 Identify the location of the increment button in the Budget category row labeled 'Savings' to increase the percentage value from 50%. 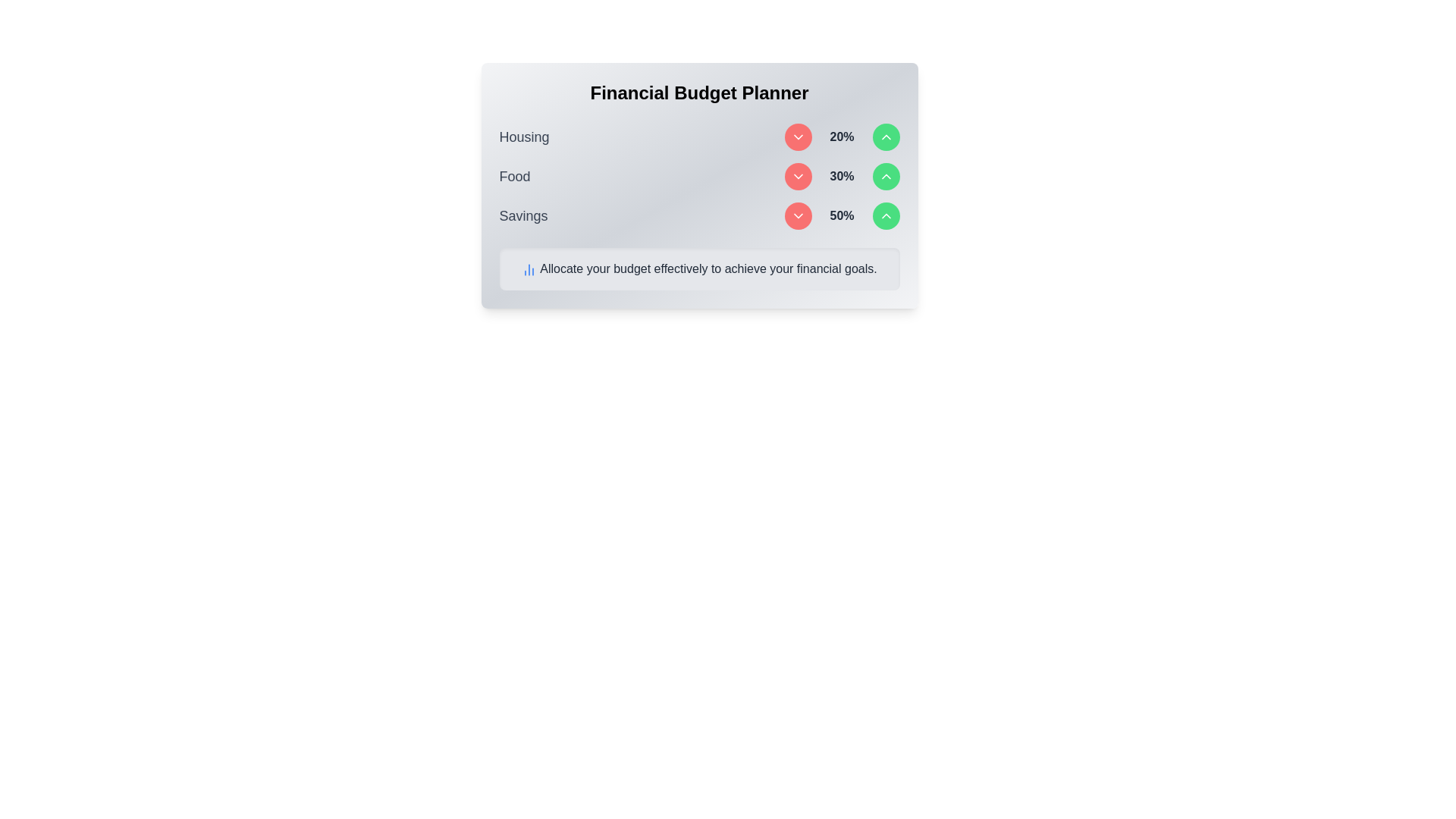
(698, 216).